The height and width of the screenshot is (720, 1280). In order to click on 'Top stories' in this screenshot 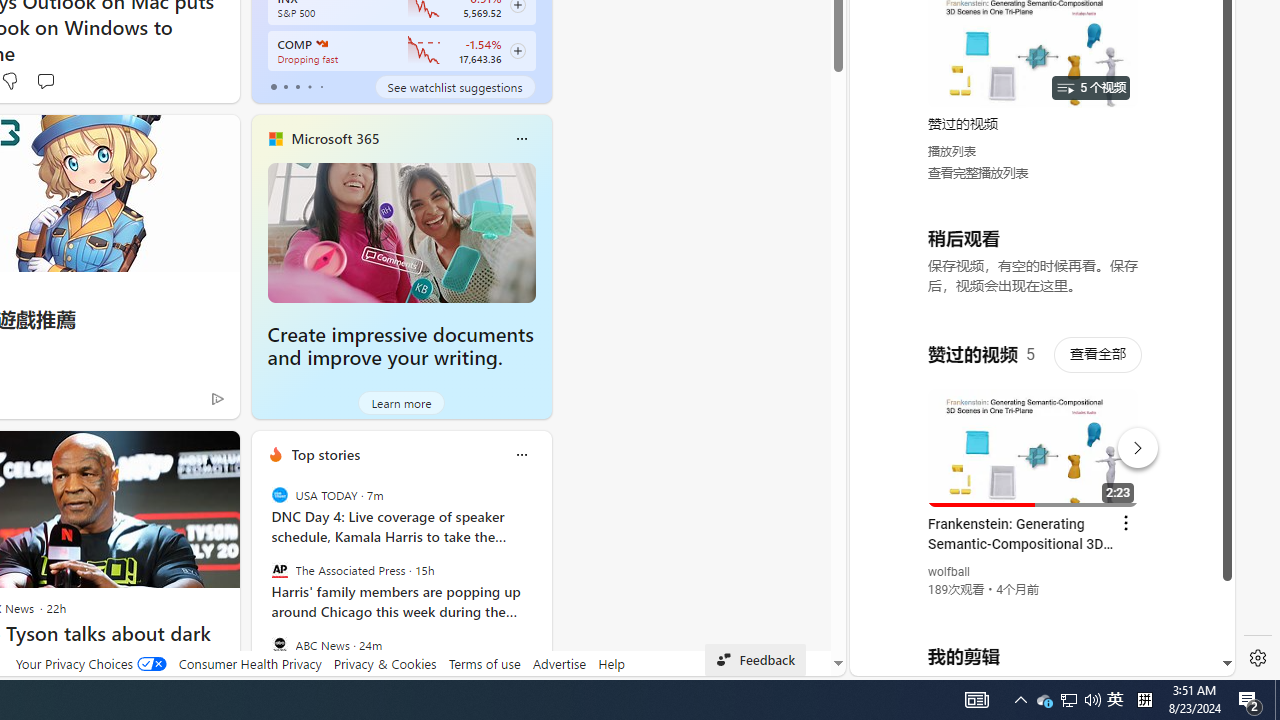, I will do `click(325, 454)`.